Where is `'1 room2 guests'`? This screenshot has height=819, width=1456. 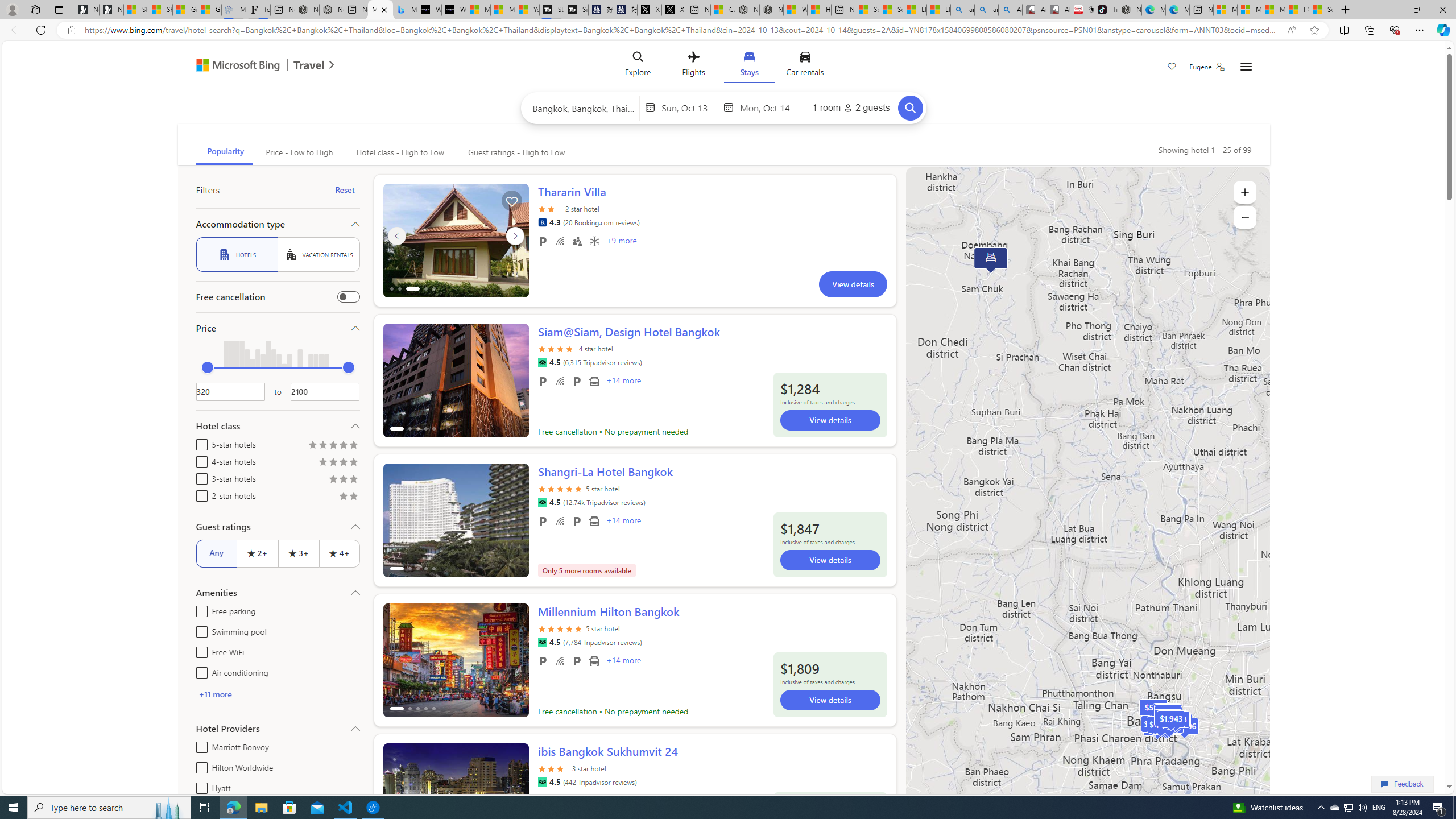
'1 room2 guests' is located at coordinates (851, 107).